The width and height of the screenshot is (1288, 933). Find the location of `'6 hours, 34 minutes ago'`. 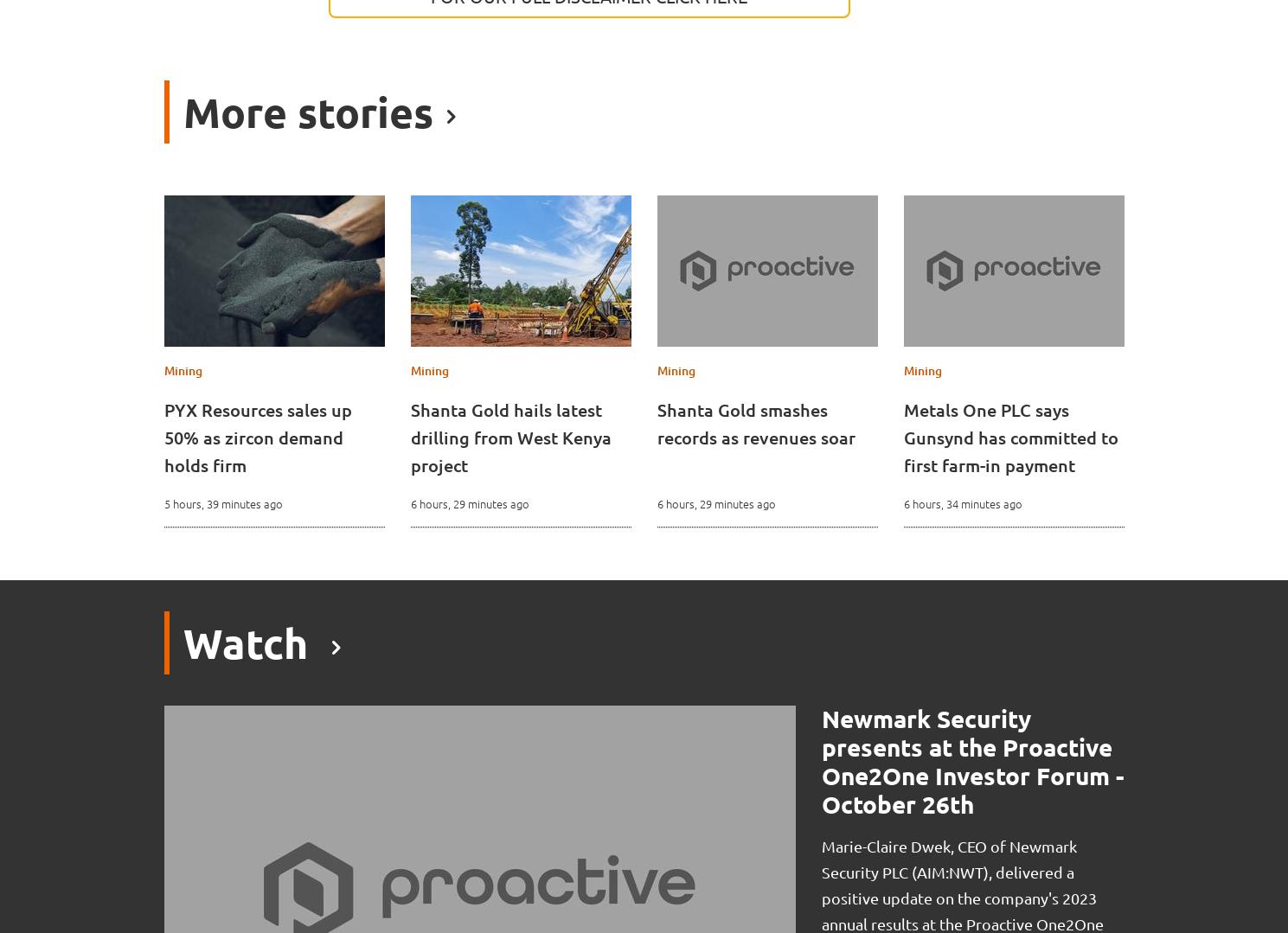

'6 hours, 34 minutes ago' is located at coordinates (962, 503).